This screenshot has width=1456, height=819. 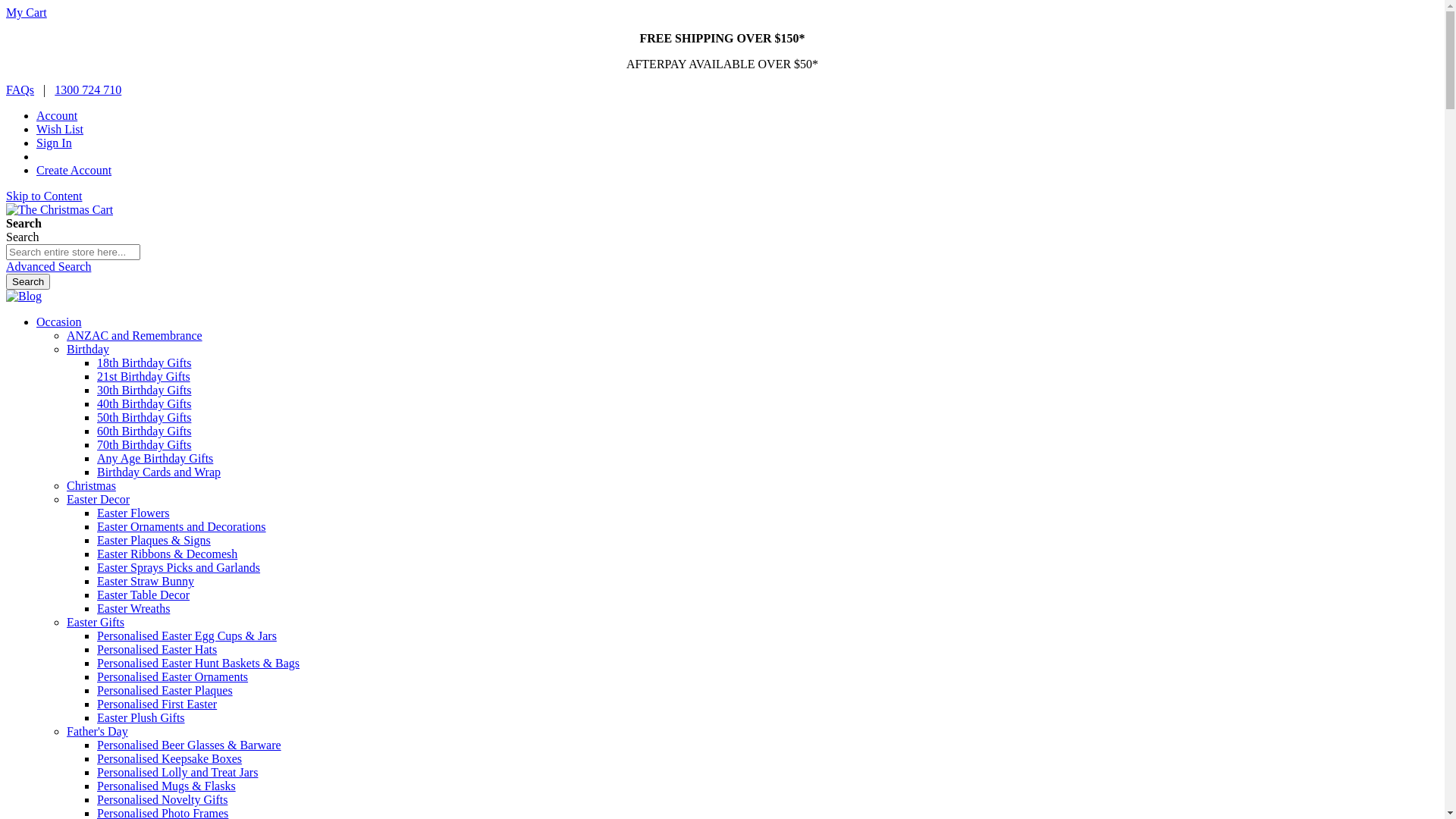 I want to click on 'Occasion', so click(x=58, y=321).